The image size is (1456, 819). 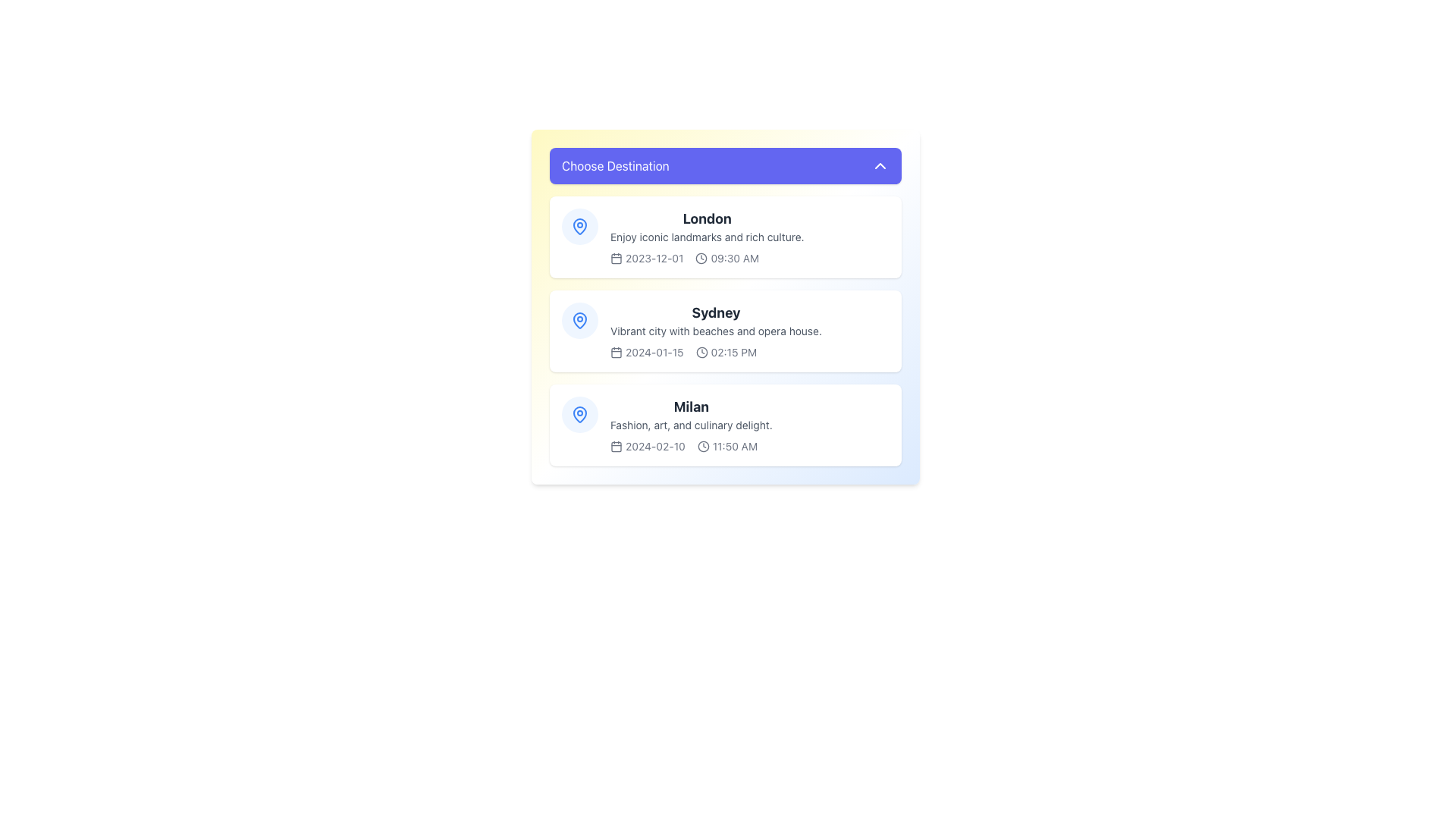 What do you see at coordinates (579, 320) in the screenshot?
I see `the circular blue icon button with a map pin icon located to the left of the 'Sydney' text in the destination card` at bounding box center [579, 320].